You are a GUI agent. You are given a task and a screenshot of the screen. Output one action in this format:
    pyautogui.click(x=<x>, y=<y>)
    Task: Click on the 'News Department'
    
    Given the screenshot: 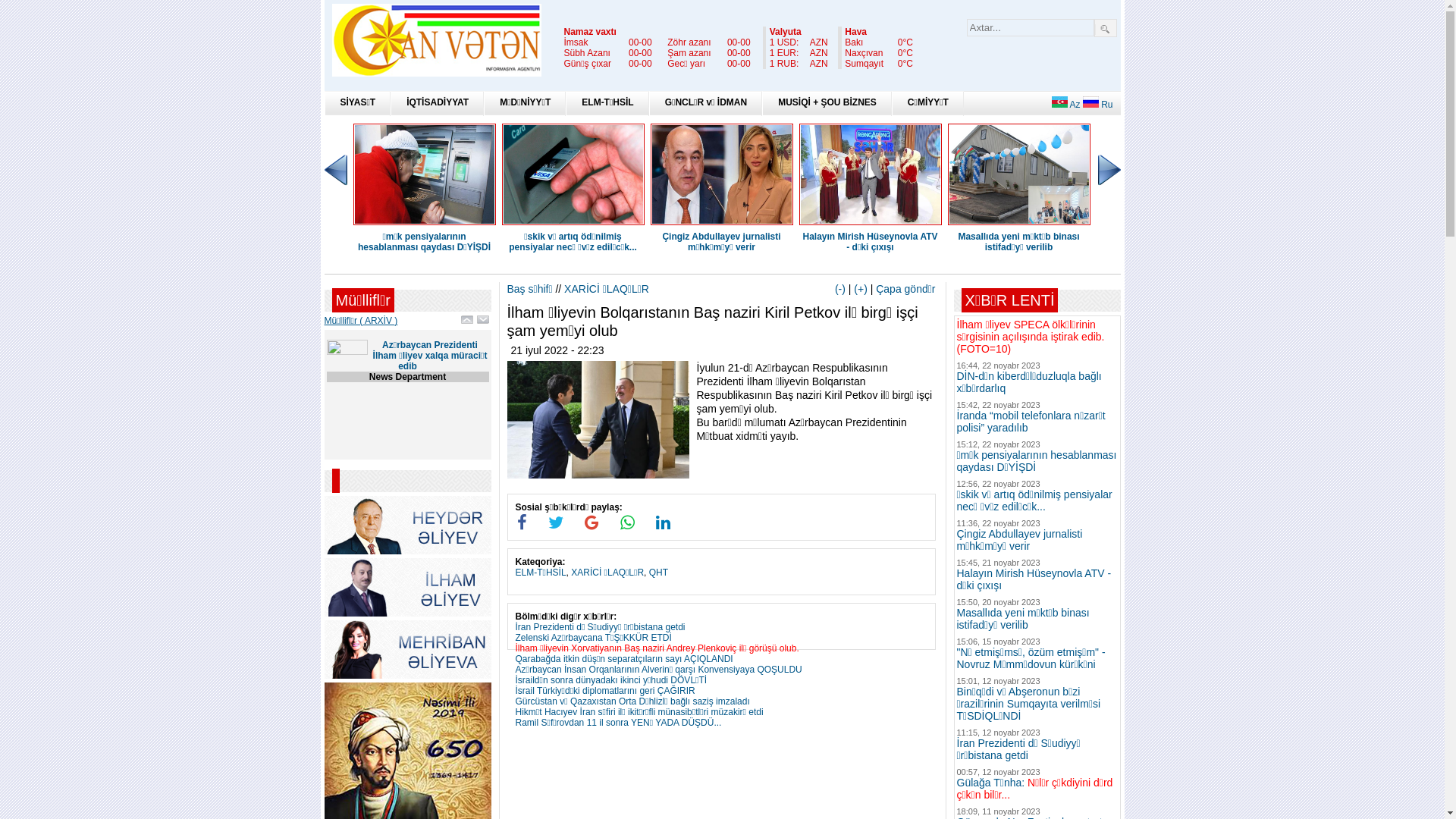 What is the action you would take?
    pyautogui.click(x=407, y=376)
    